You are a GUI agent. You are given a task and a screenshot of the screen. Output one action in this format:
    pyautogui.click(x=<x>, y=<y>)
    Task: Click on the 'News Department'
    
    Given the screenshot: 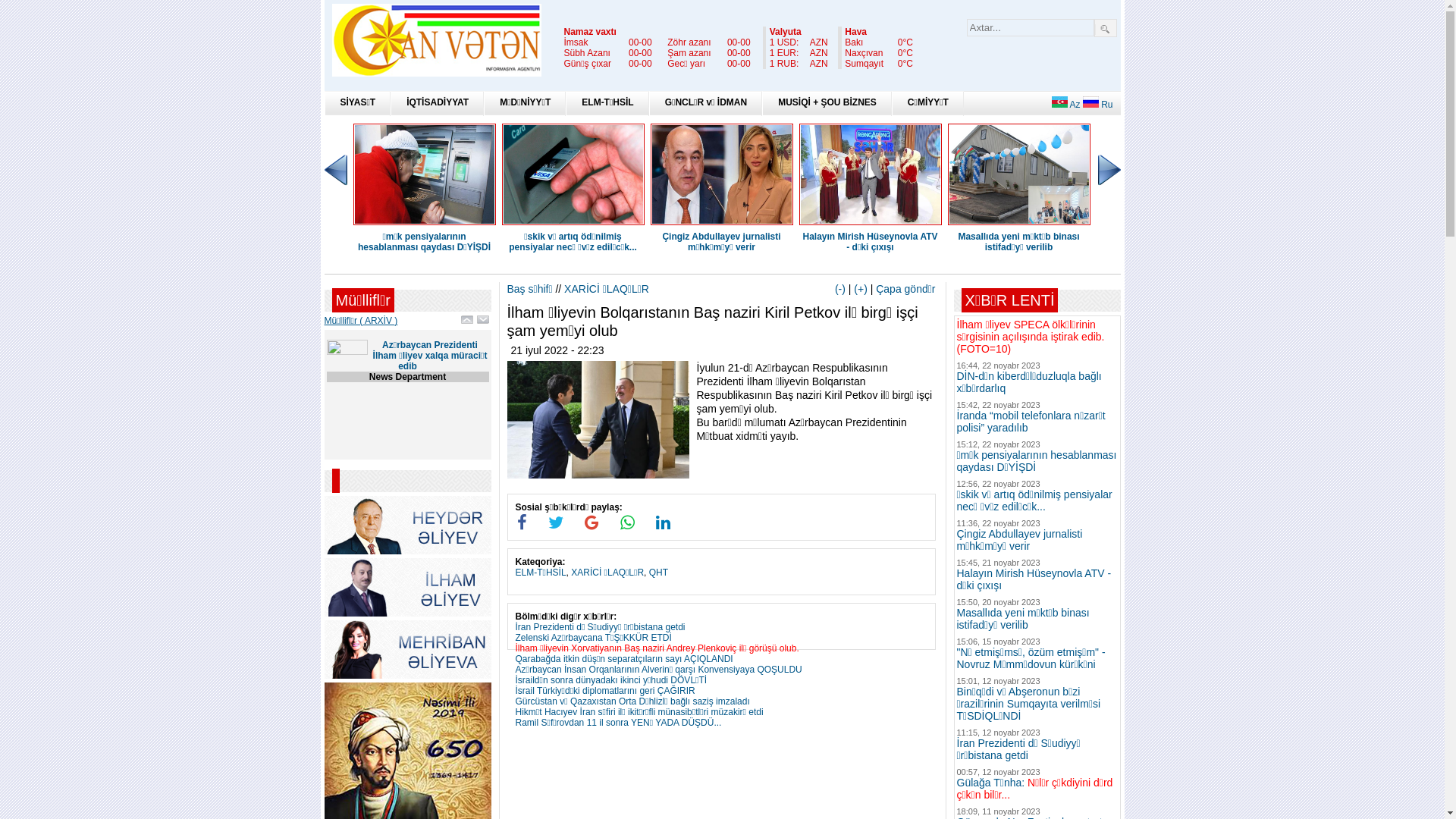 What is the action you would take?
    pyautogui.click(x=407, y=376)
    